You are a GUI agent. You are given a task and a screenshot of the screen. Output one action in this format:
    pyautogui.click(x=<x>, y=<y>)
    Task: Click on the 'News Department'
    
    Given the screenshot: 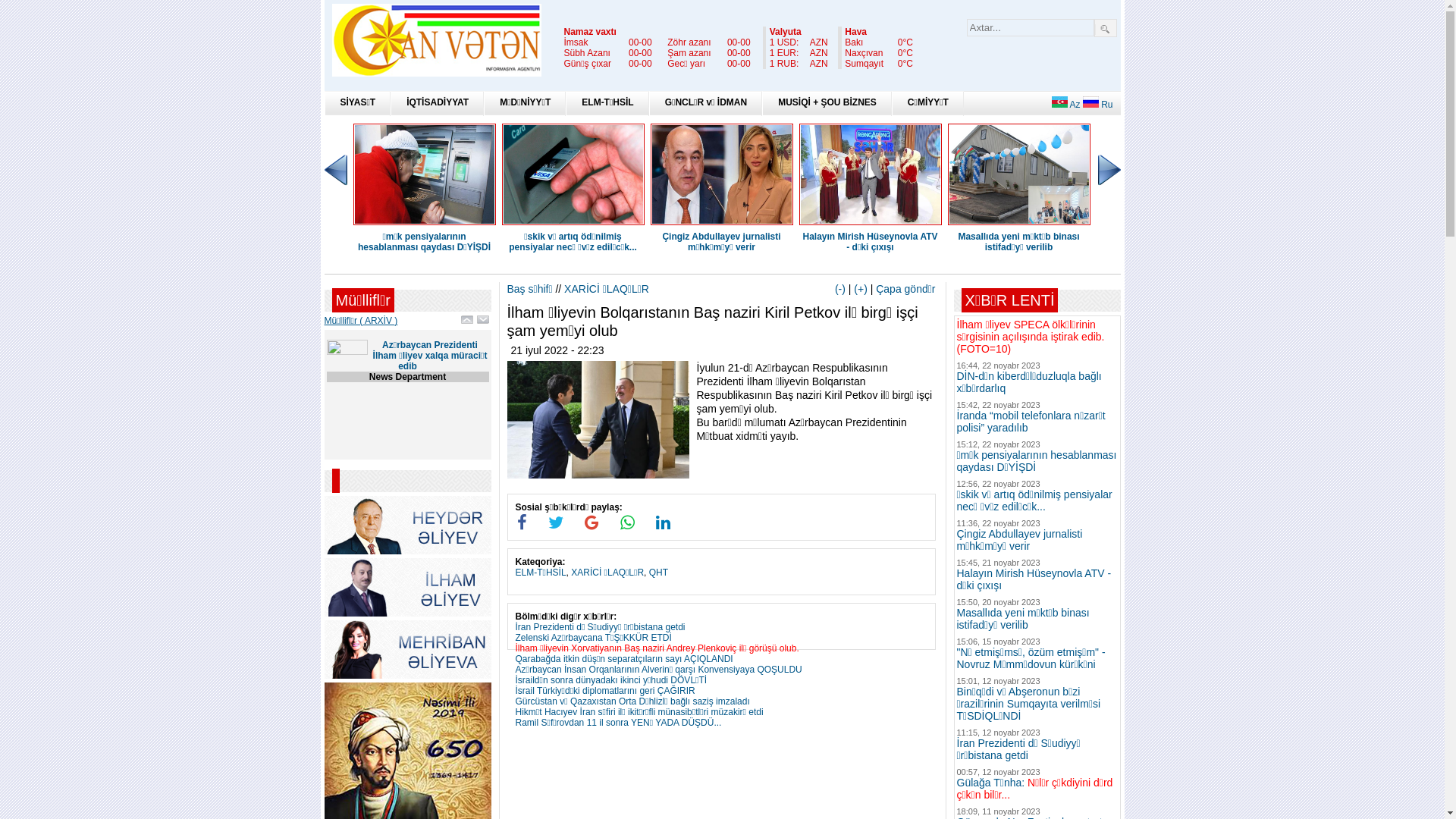 What is the action you would take?
    pyautogui.click(x=407, y=376)
    